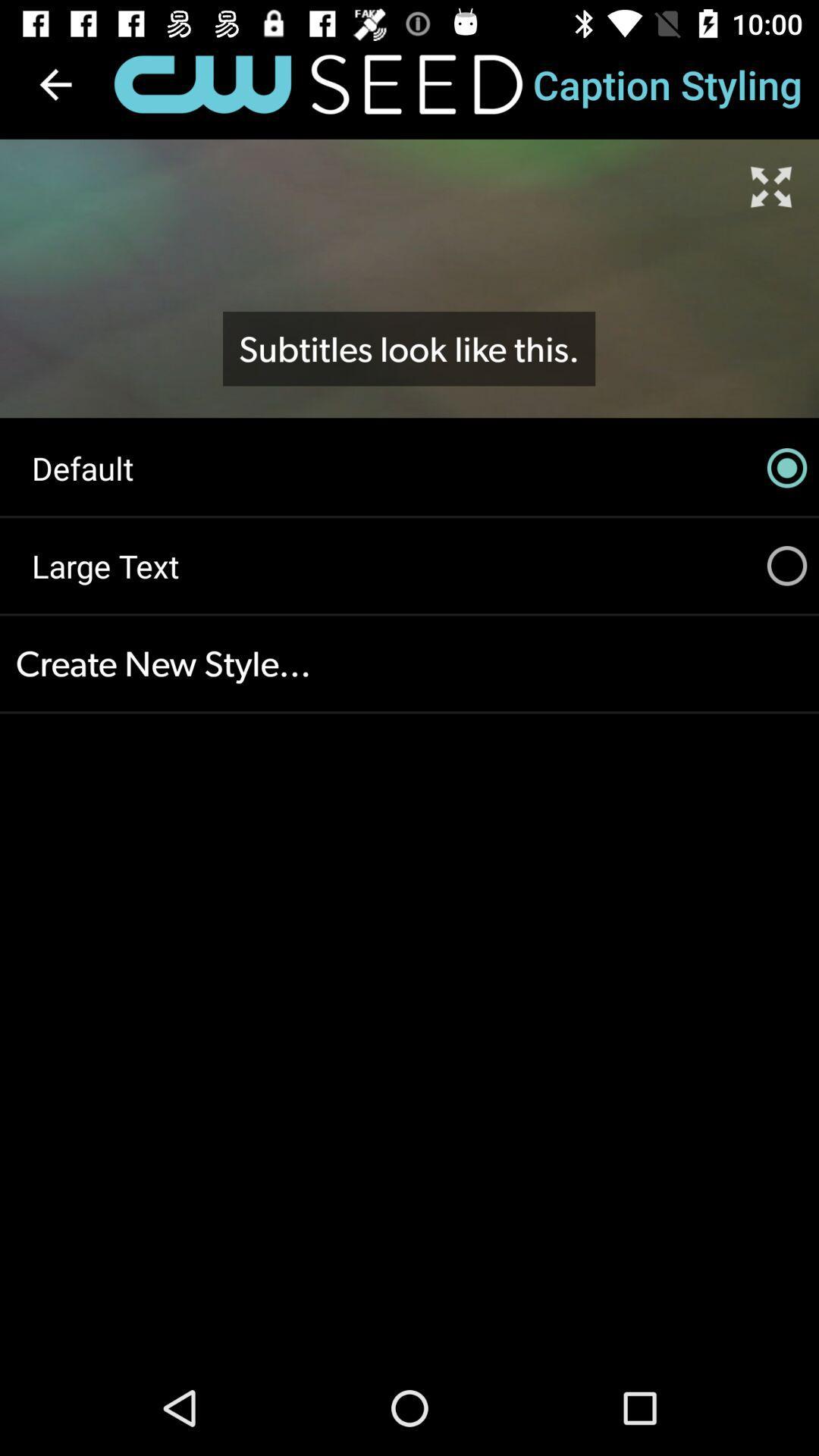 The height and width of the screenshot is (1456, 819). I want to click on the create new style... item, so click(409, 664).